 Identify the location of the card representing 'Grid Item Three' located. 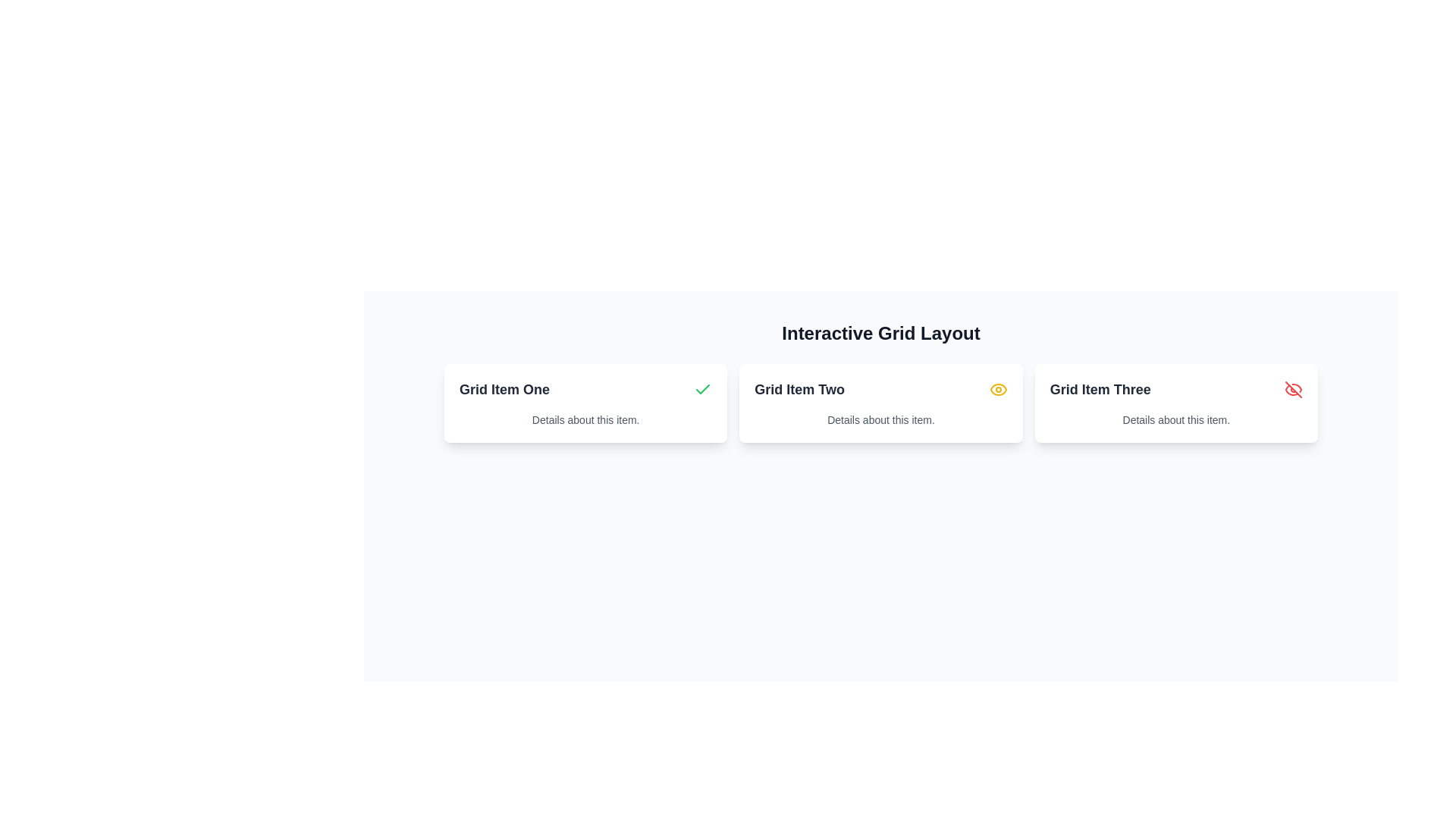
(1175, 403).